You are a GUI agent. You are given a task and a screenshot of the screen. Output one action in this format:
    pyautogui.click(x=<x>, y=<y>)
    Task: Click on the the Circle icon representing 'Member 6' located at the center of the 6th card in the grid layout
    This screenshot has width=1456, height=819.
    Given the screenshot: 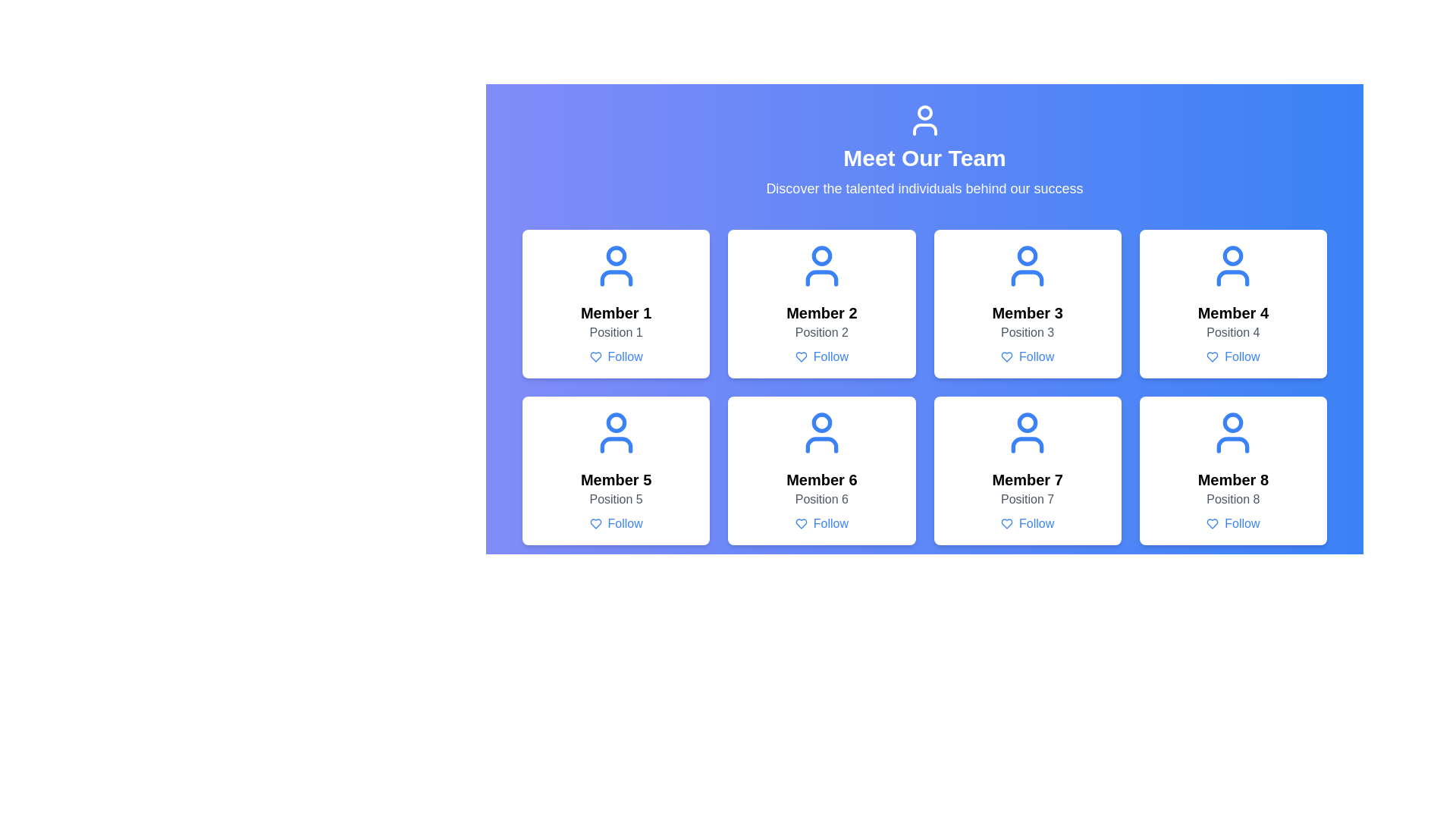 What is the action you would take?
    pyautogui.click(x=821, y=422)
    